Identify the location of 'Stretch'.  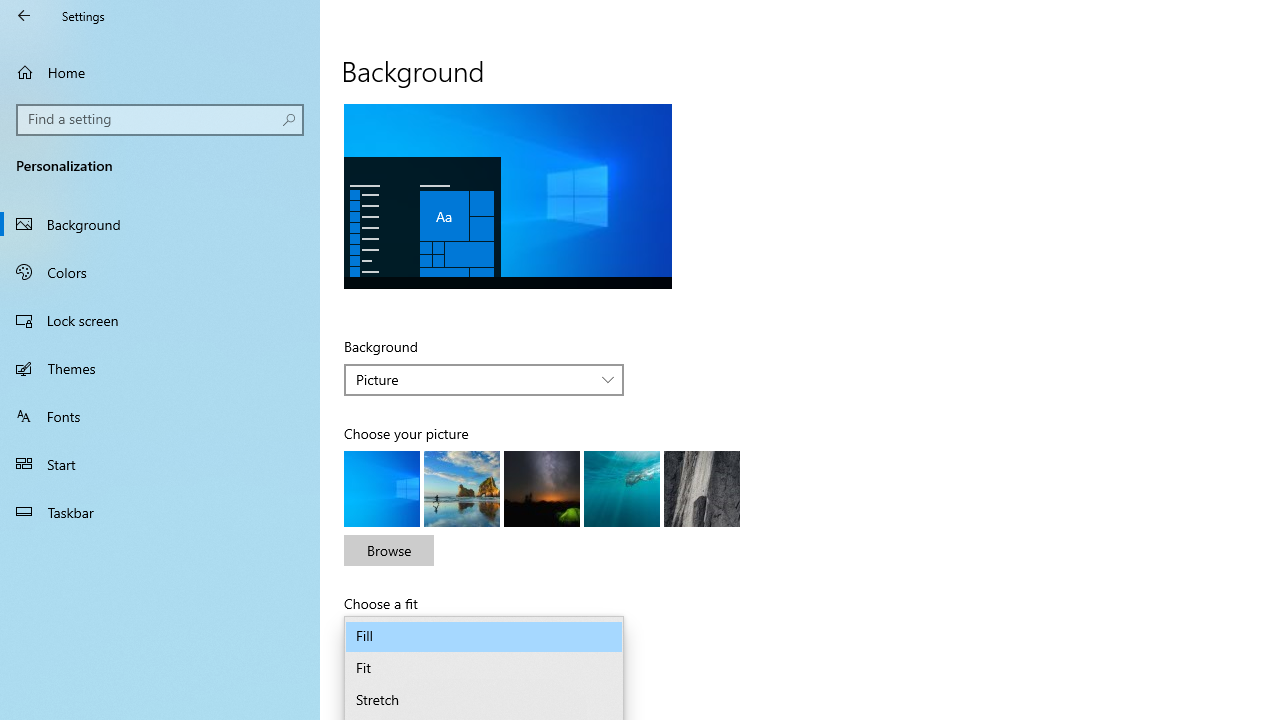
(484, 699).